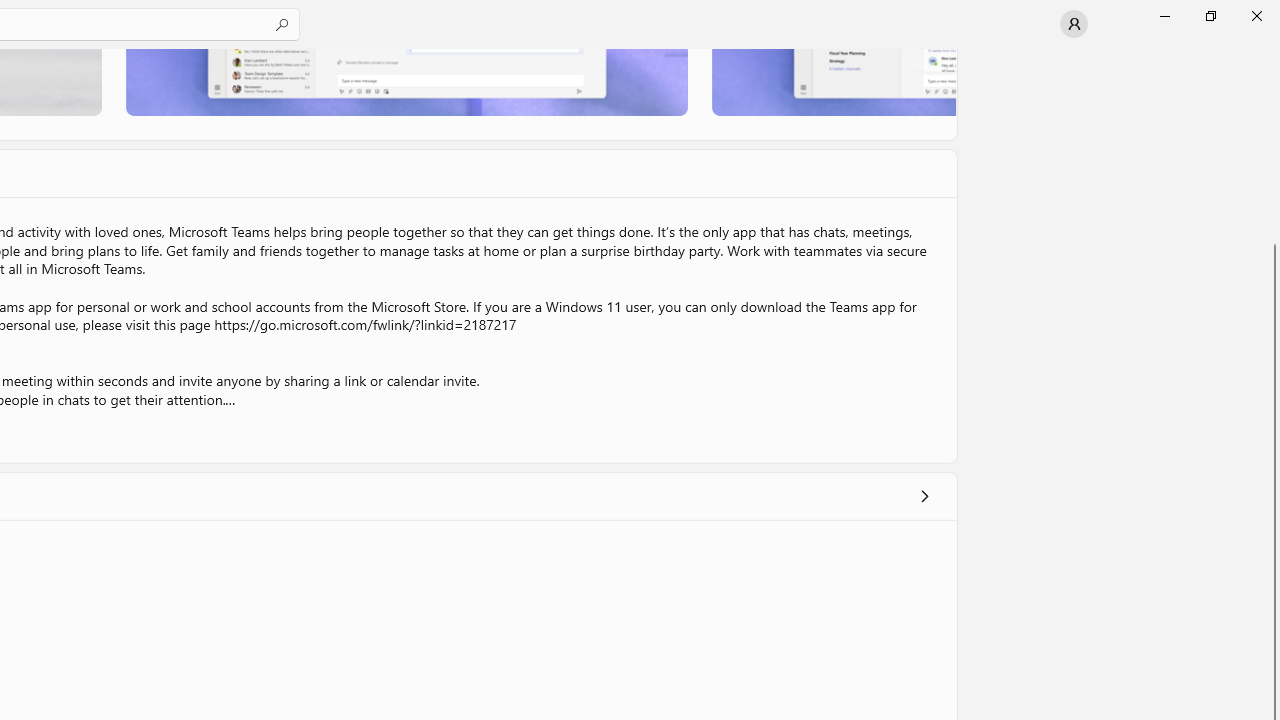 Image resolution: width=1280 pixels, height=720 pixels. Describe the element at coordinates (1072, 24) in the screenshot. I see `'User profile'` at that location.